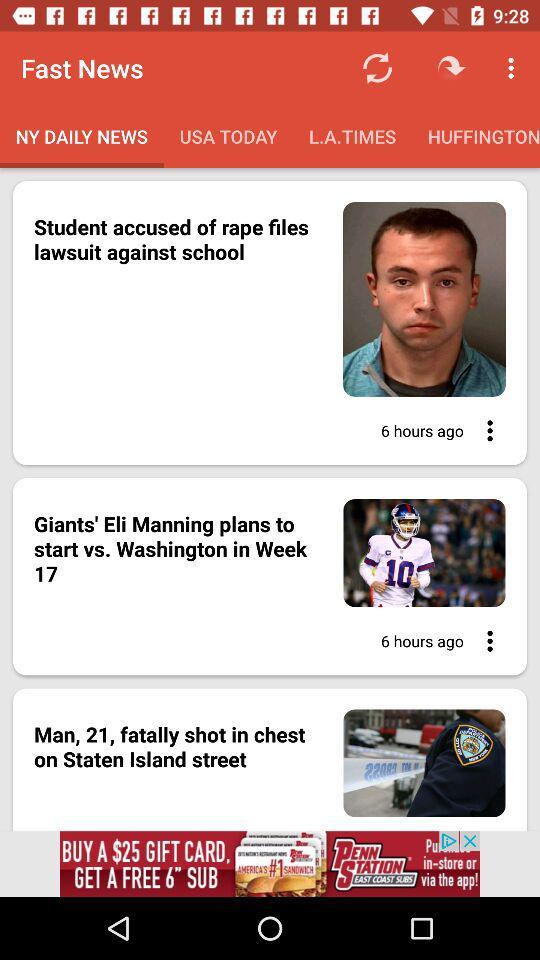 This screenshot has width=540, height=960. What do you see at coordinates (514, 68) in the screenshot?
I see `top right corner icon` at bounding box center [514, 68].